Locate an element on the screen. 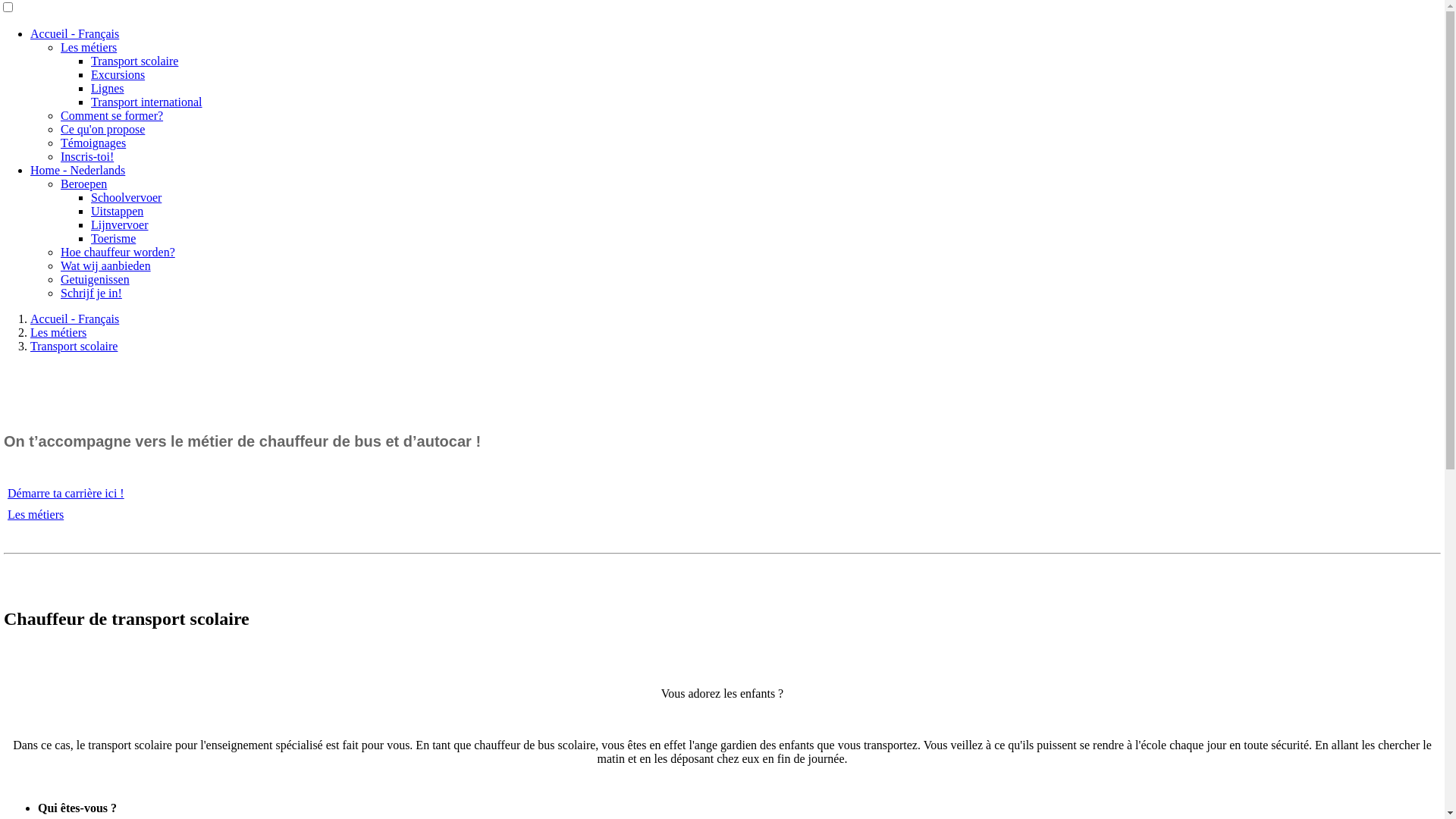 Image resolution: width=1456 pixels, height=819 pixels. 'Schrijf je in!' is located at coordinates (90, 293).